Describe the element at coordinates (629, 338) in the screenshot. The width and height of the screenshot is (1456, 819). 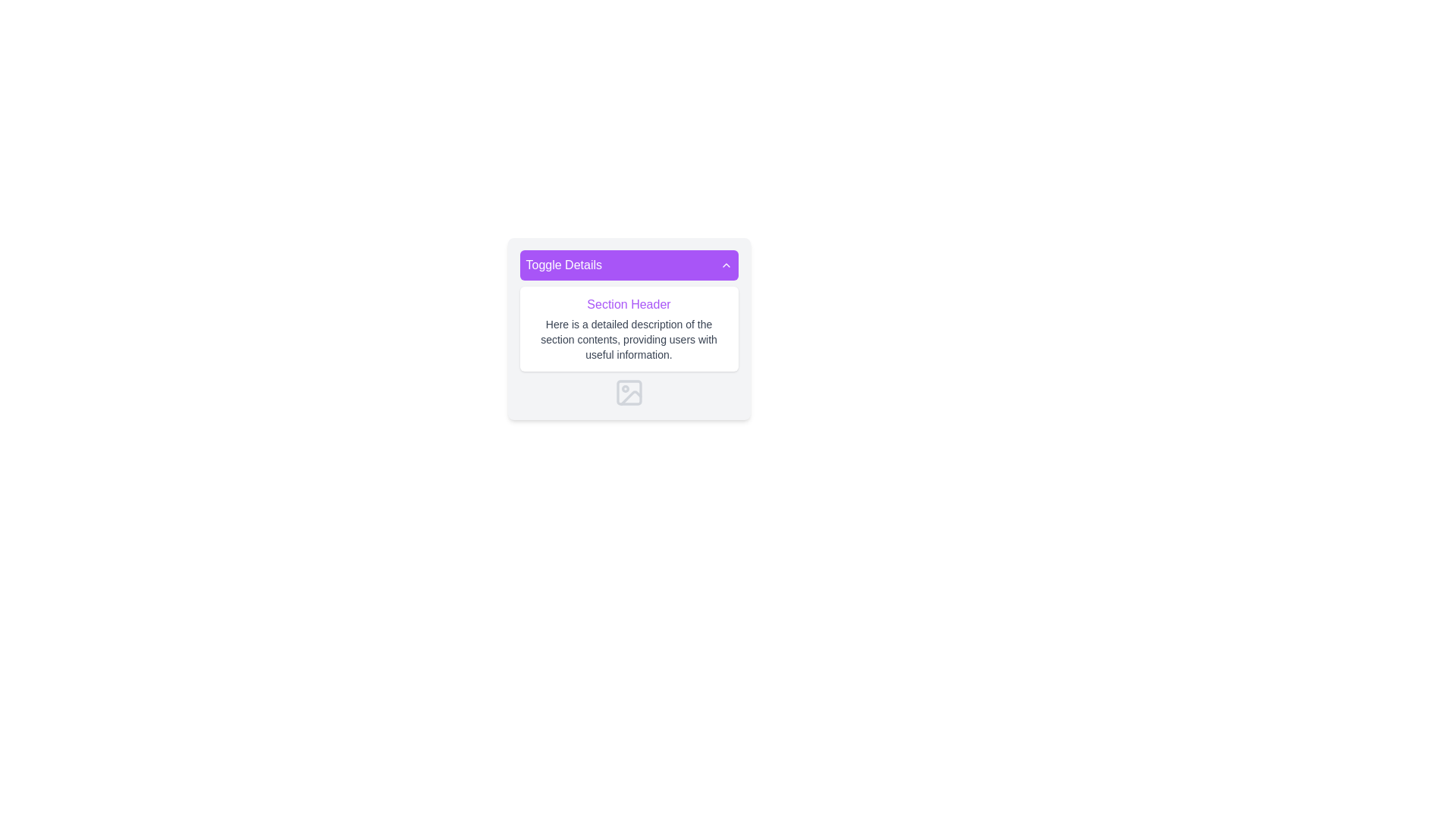
I see `descriptive text located below the bold purple section header, which provides useful information about the section contents` at that location.